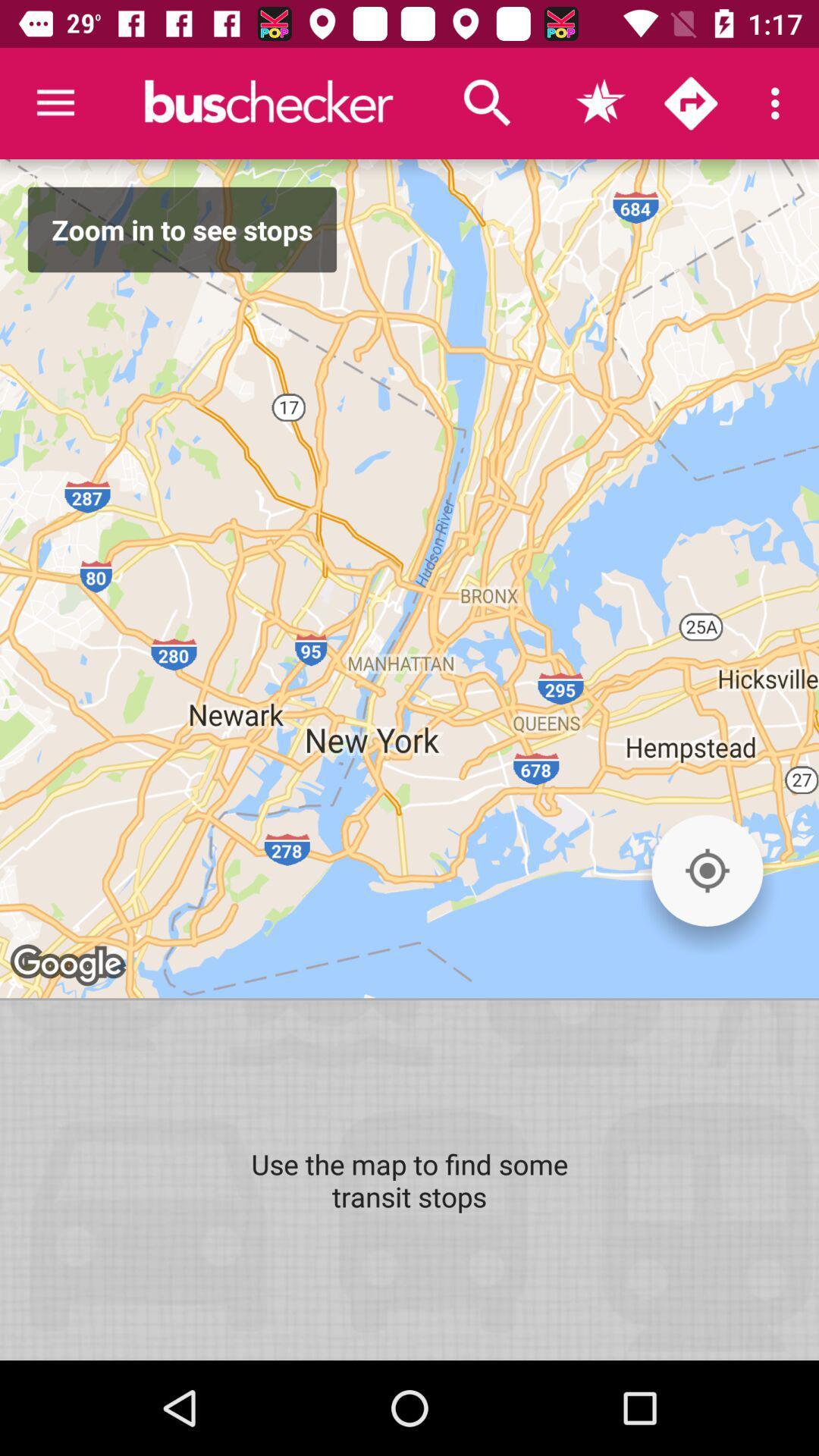  I want to click on the item at the center, so click(409, 578).